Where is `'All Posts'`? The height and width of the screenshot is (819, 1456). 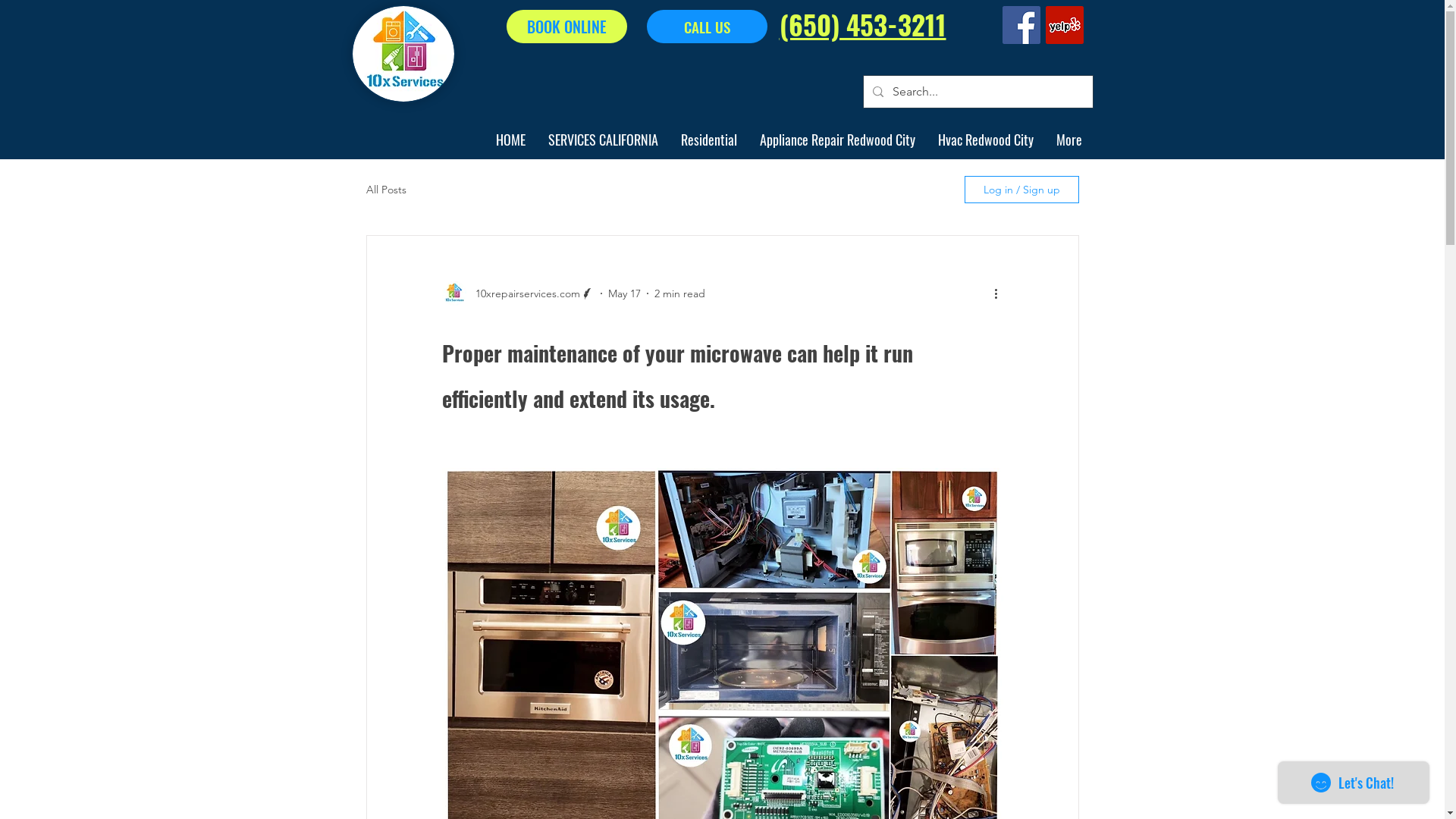 'All Posts' is located at coordinates (385, 189).